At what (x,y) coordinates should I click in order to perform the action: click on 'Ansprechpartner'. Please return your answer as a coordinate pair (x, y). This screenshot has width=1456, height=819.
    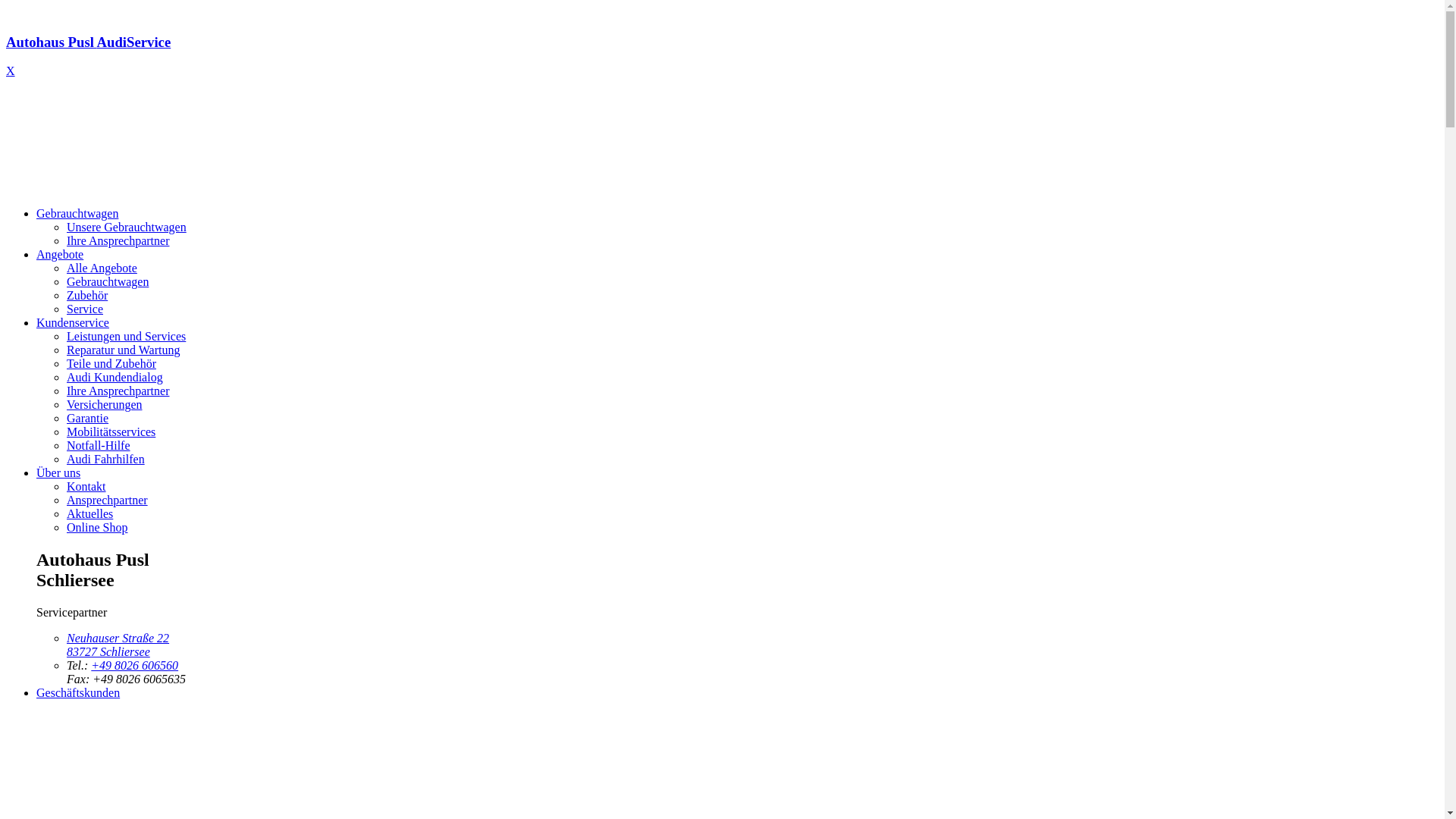
    Looking at the image, I should click on (106, 500).